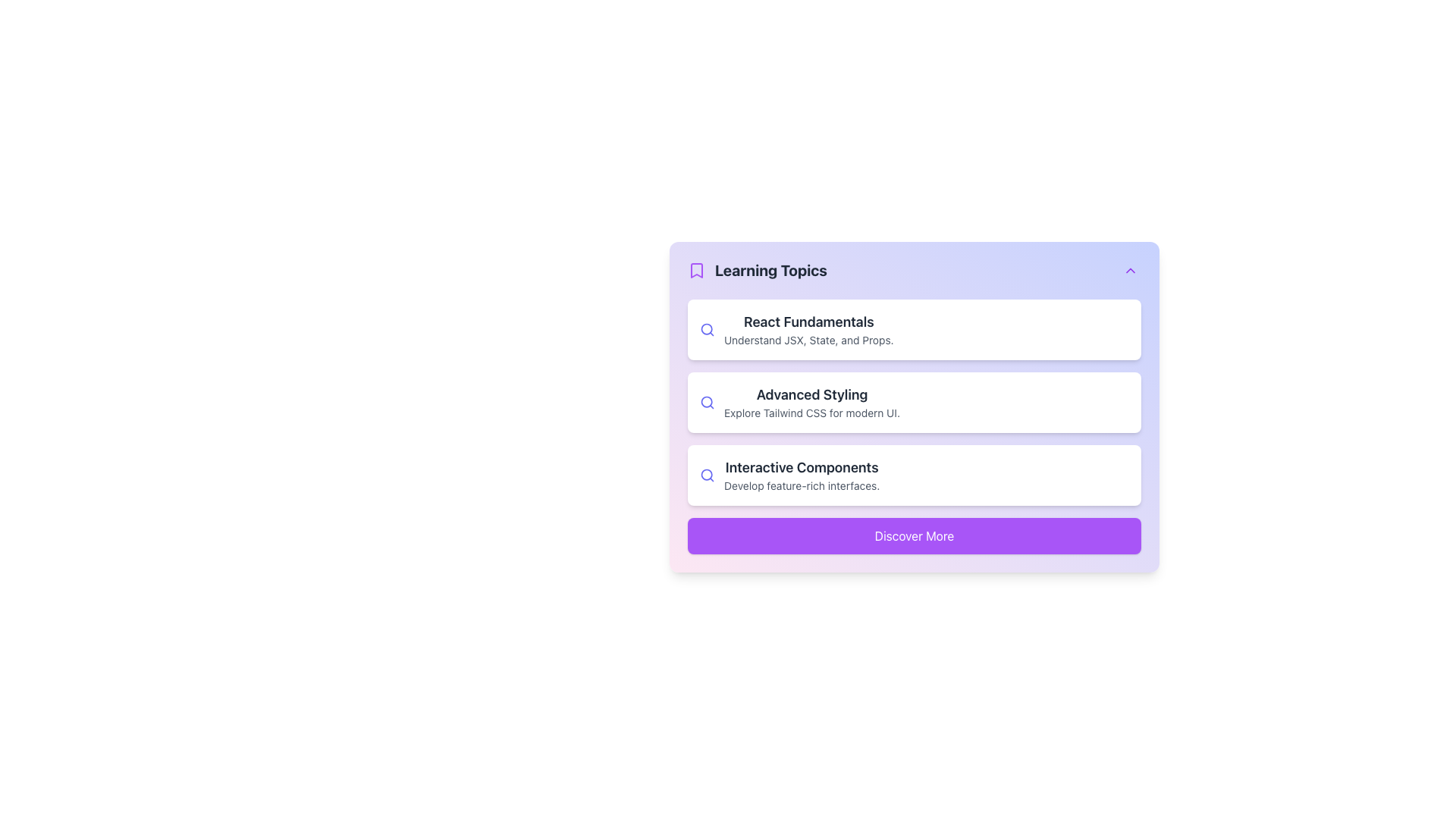 The width and height of the screenshot is (1456, 819). I want to click on the circular magnifying glass element within the SVG in the 'React Fundamentals' list item block, so click(706, 328).